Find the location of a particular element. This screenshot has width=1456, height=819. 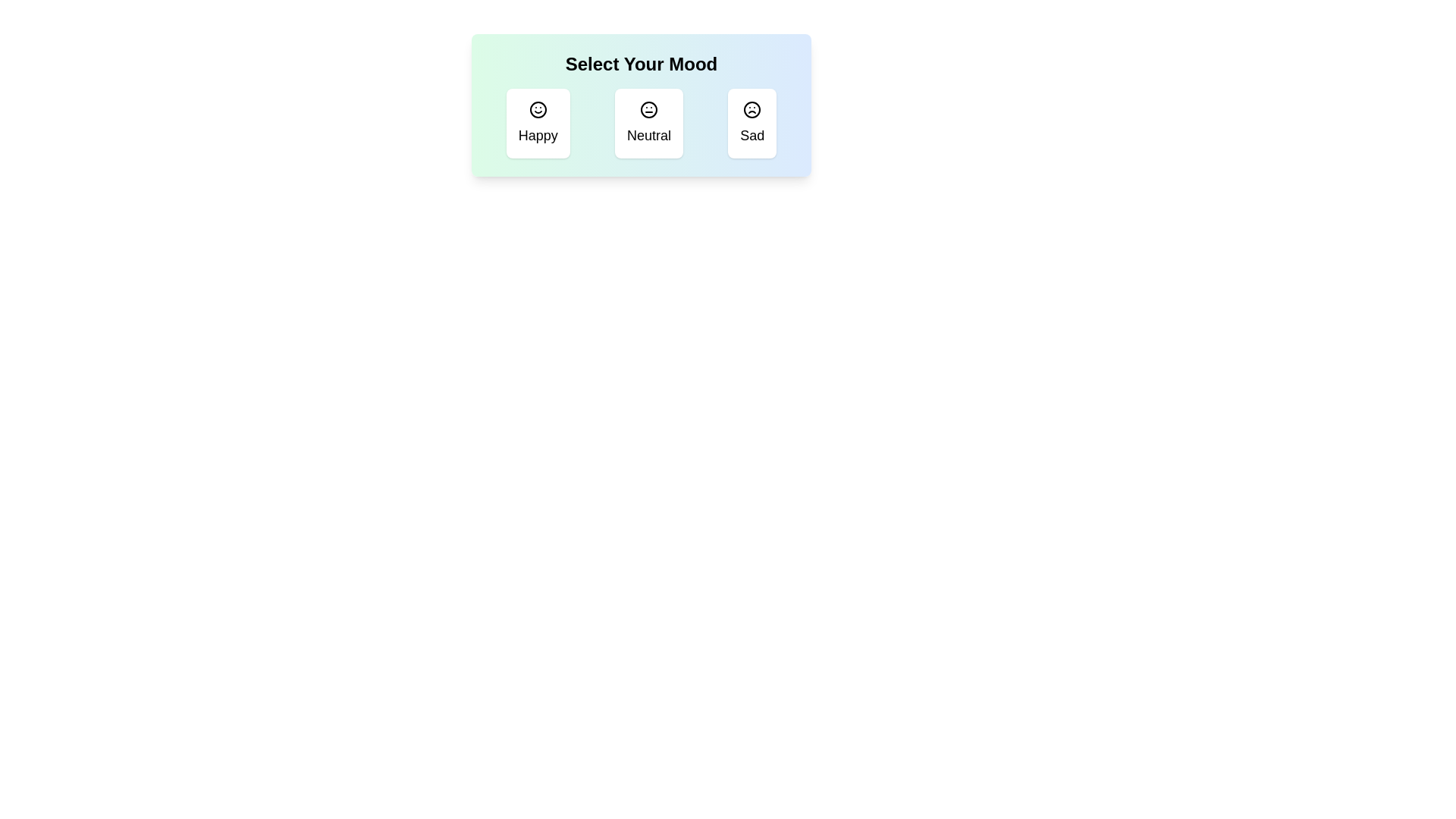

the mood icon corresponding to Happy to toggle its selection is located at coordinates (538, 122).